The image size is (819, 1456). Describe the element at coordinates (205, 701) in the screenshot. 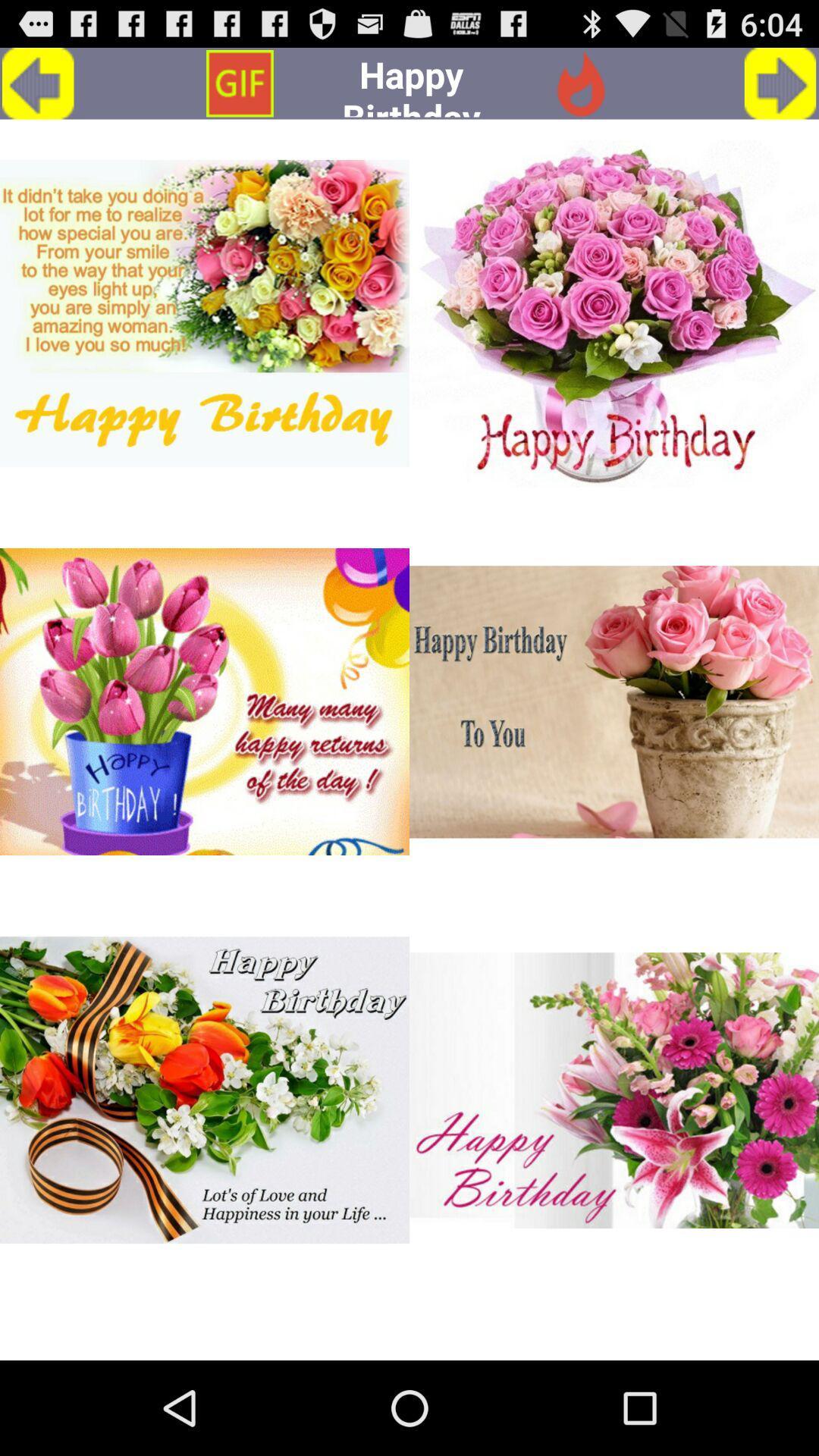

I see `choose flowers` at that location.